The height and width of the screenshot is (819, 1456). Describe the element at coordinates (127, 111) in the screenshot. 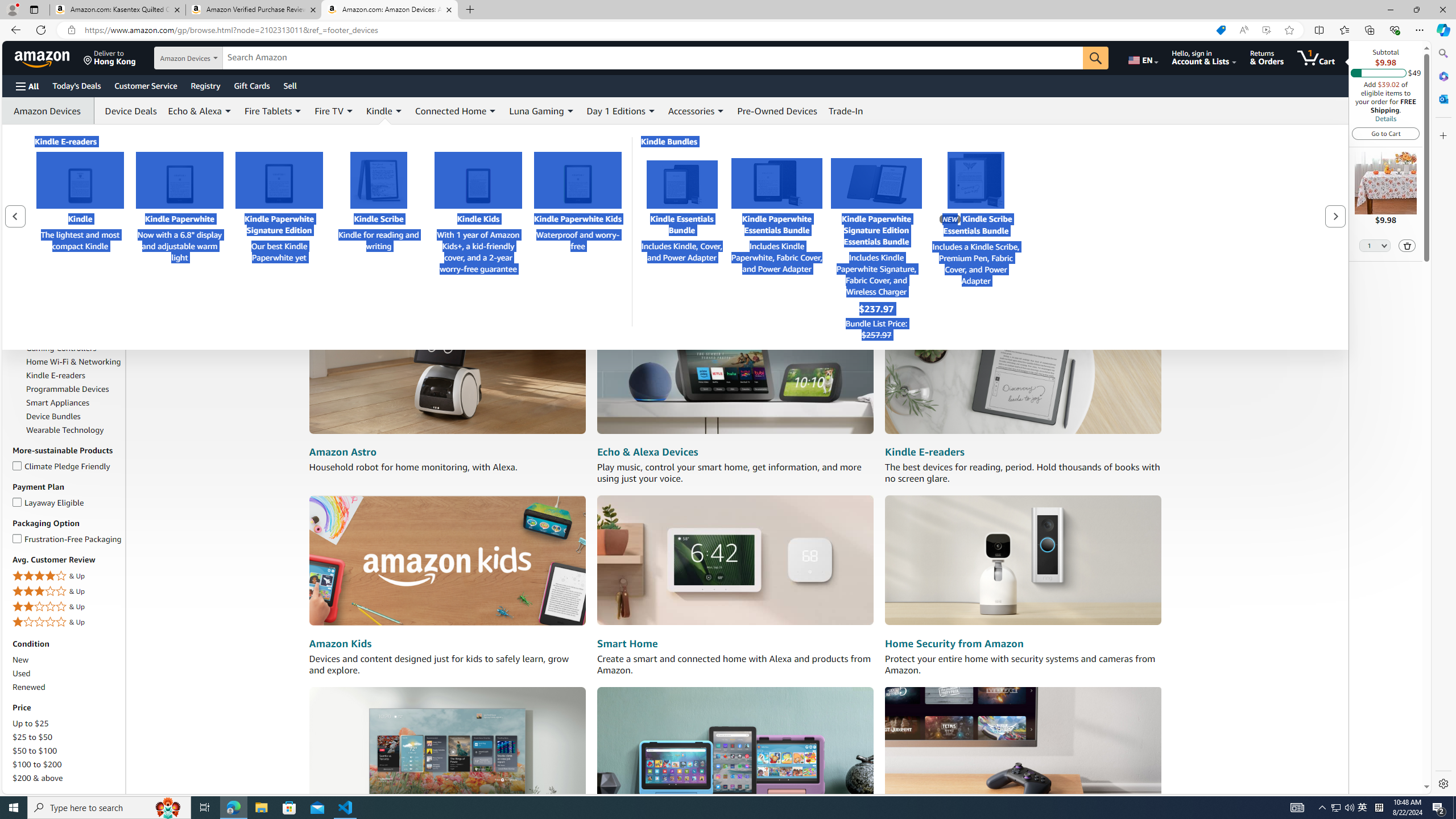

I see `'Device Deals'` at that location.